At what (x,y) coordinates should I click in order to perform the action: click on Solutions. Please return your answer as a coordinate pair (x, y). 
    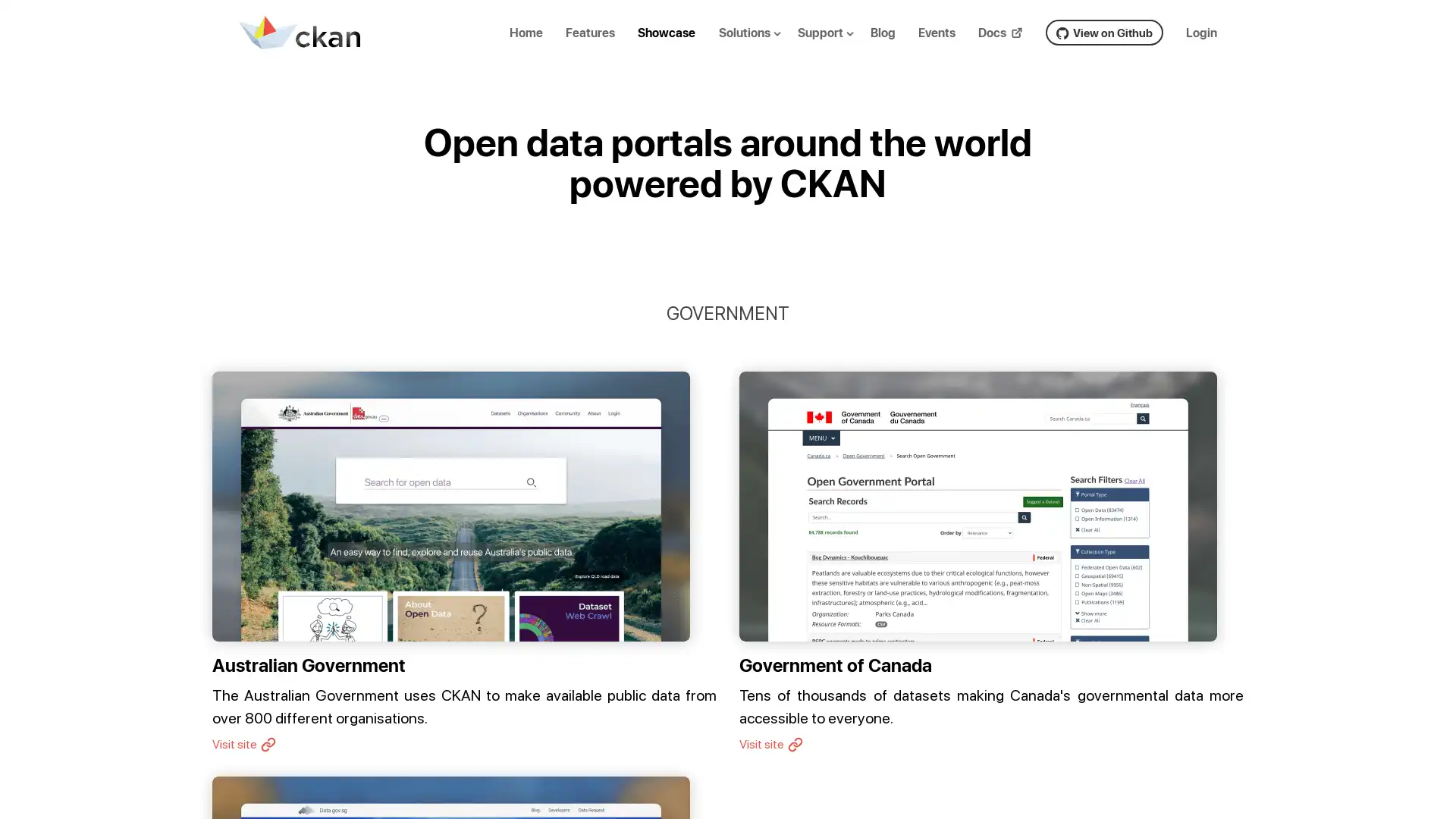
    Looking at the image, I should click on (761, 44).